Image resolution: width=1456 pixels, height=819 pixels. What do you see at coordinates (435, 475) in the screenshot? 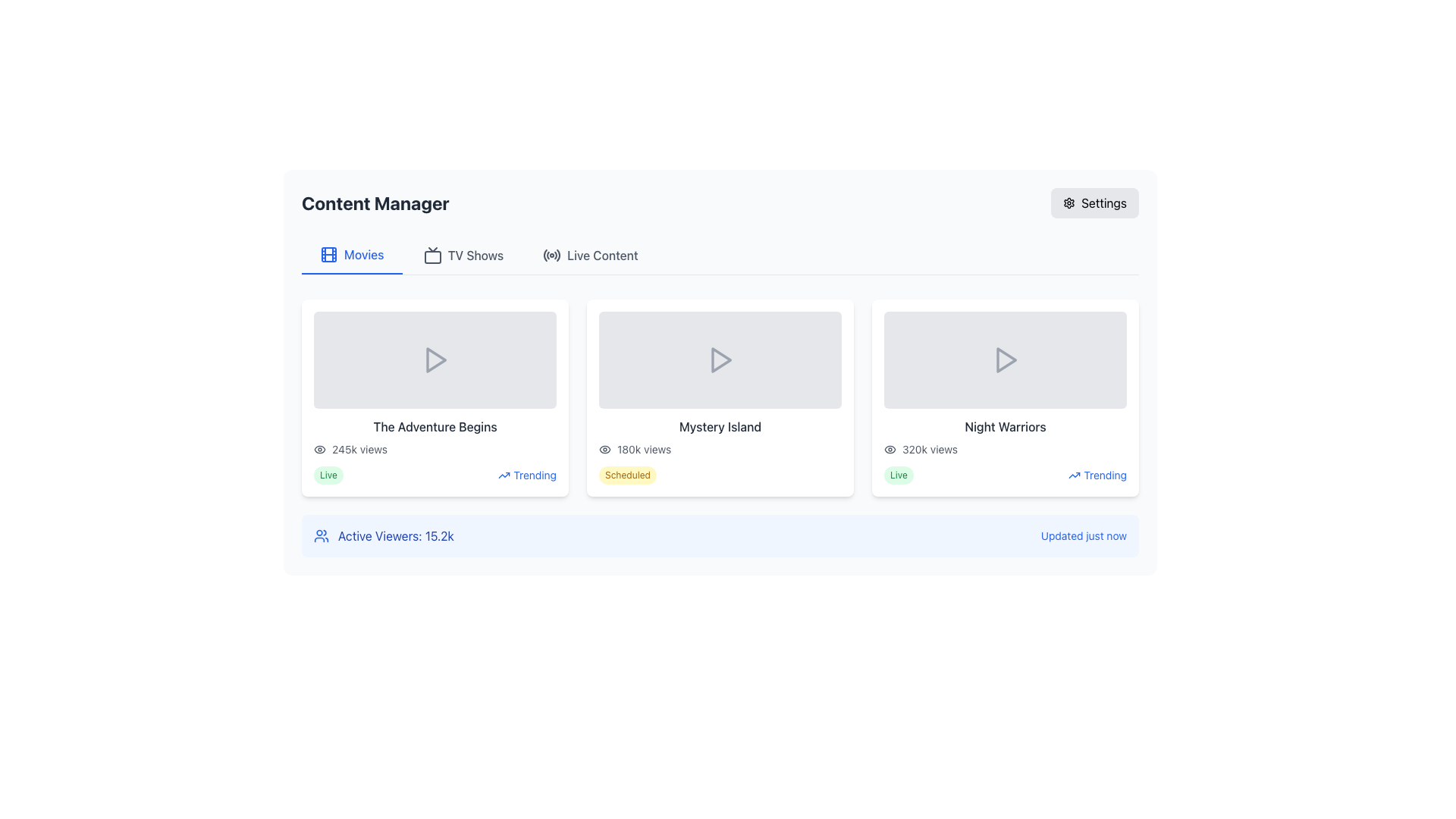
I see `the informational badge indicating the live and trending status associated with 'The Adventure Begins' content, located at the bottom-right section of the card` at bounding box center [435, 475].